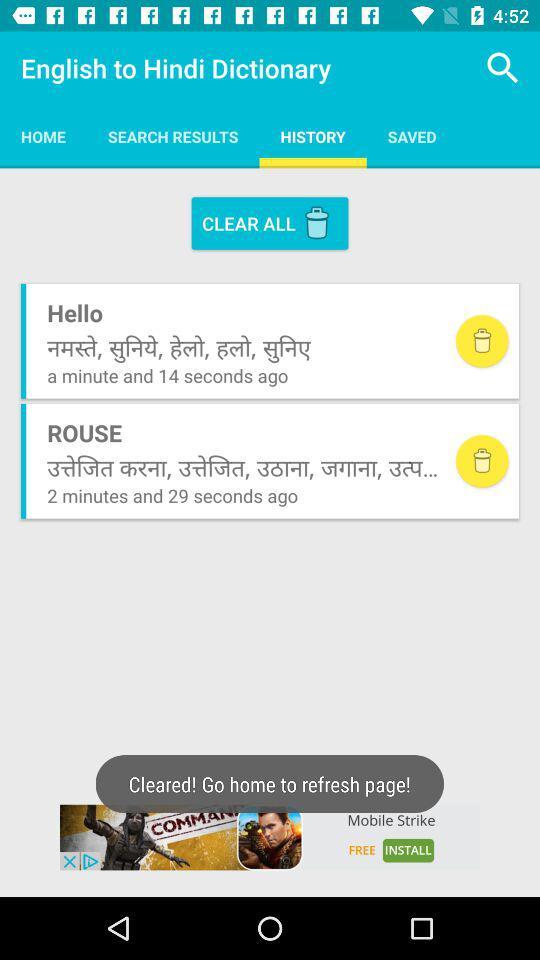  I want to click on english hindi dictionary, so click(270, 837).